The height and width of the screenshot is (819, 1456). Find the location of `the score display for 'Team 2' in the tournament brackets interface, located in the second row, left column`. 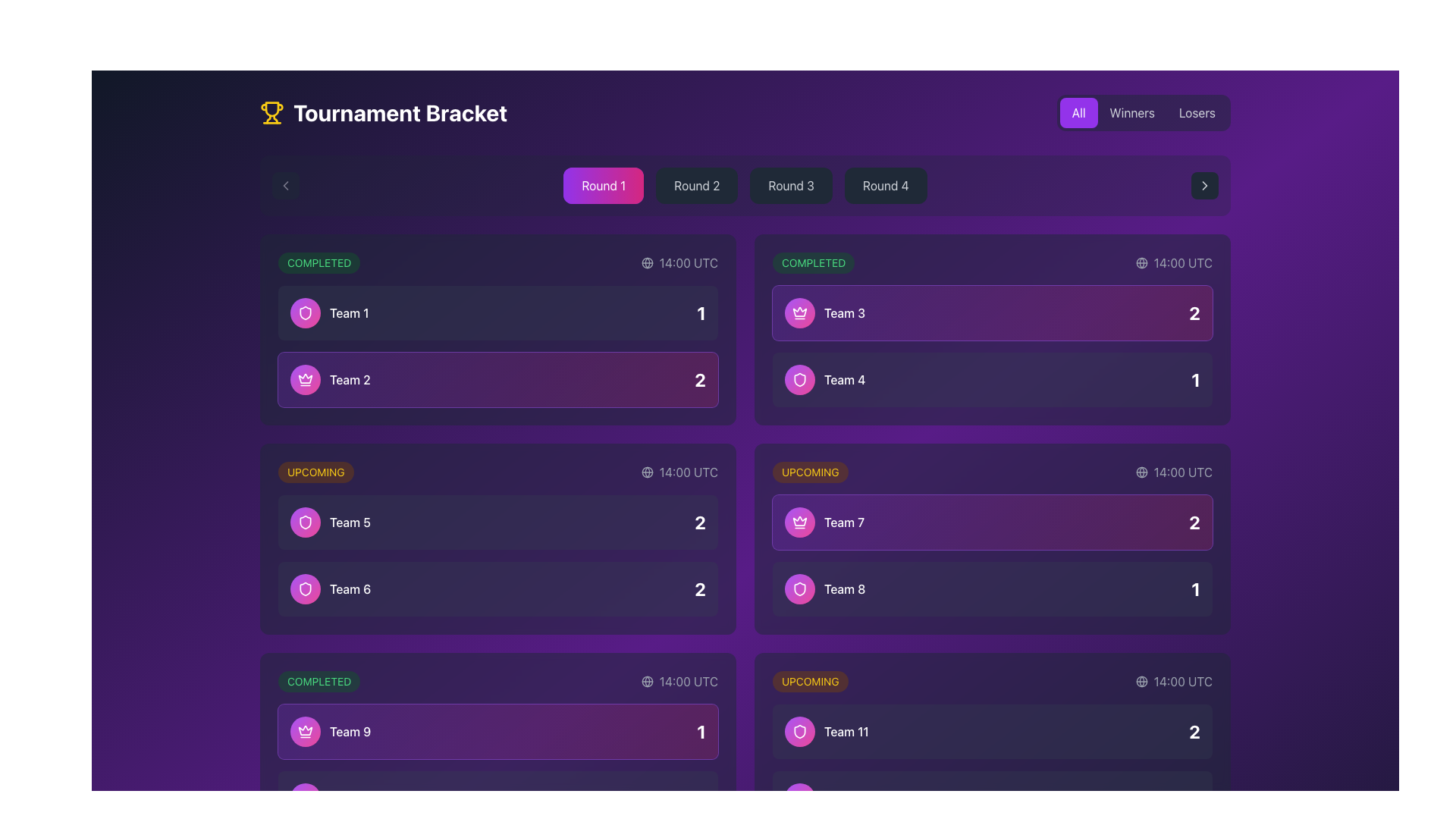

the score display for 'Team 2' in the tournament brackets interface, located in the second row, left column is located at coordinates (699, 379).